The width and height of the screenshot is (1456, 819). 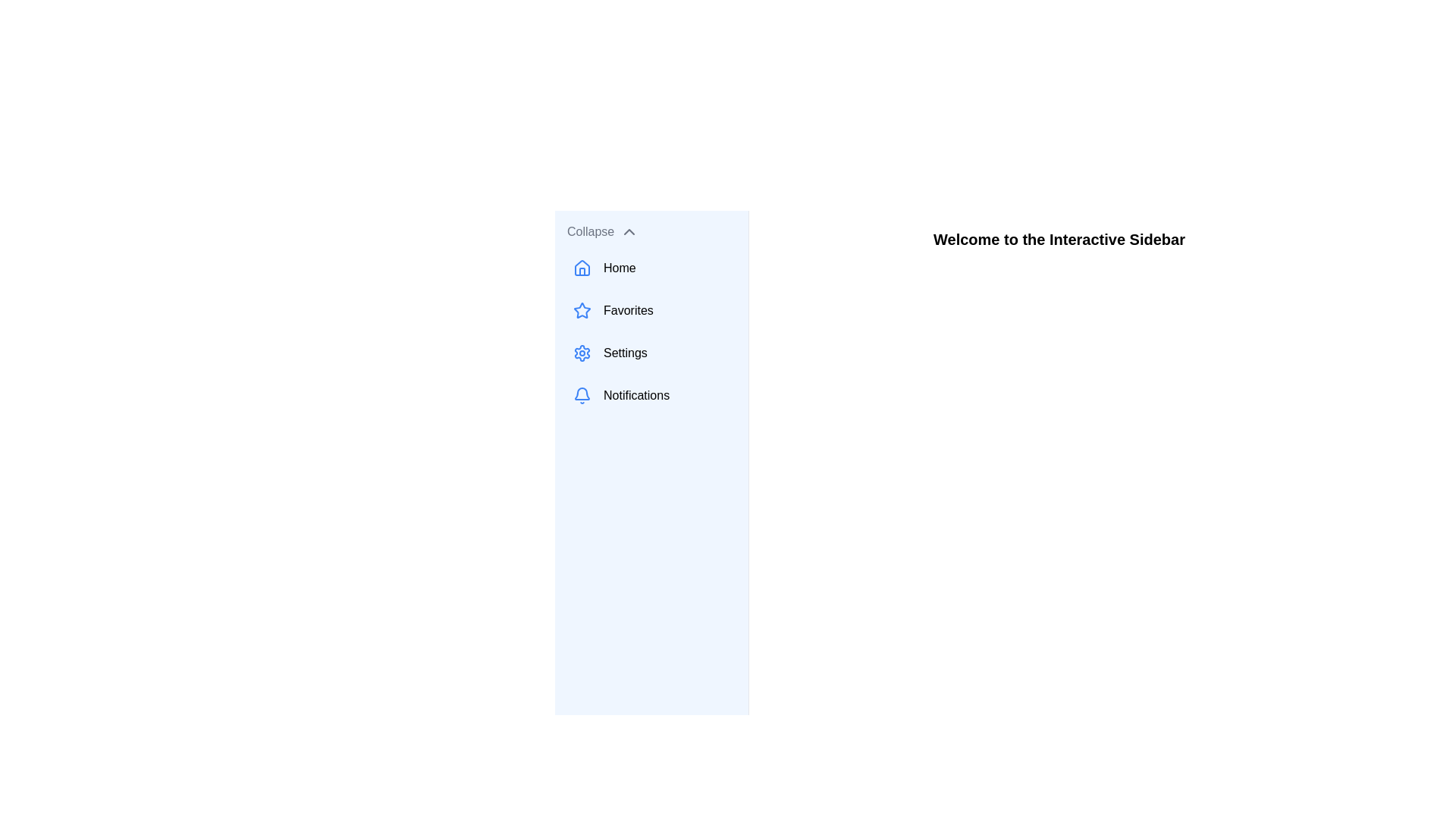 I want to click on the chevron icon located immediately to the right of the 'Collapse' text label, which serves as a toggle for the sidebar menu visibility, so click(x=629, y=231).